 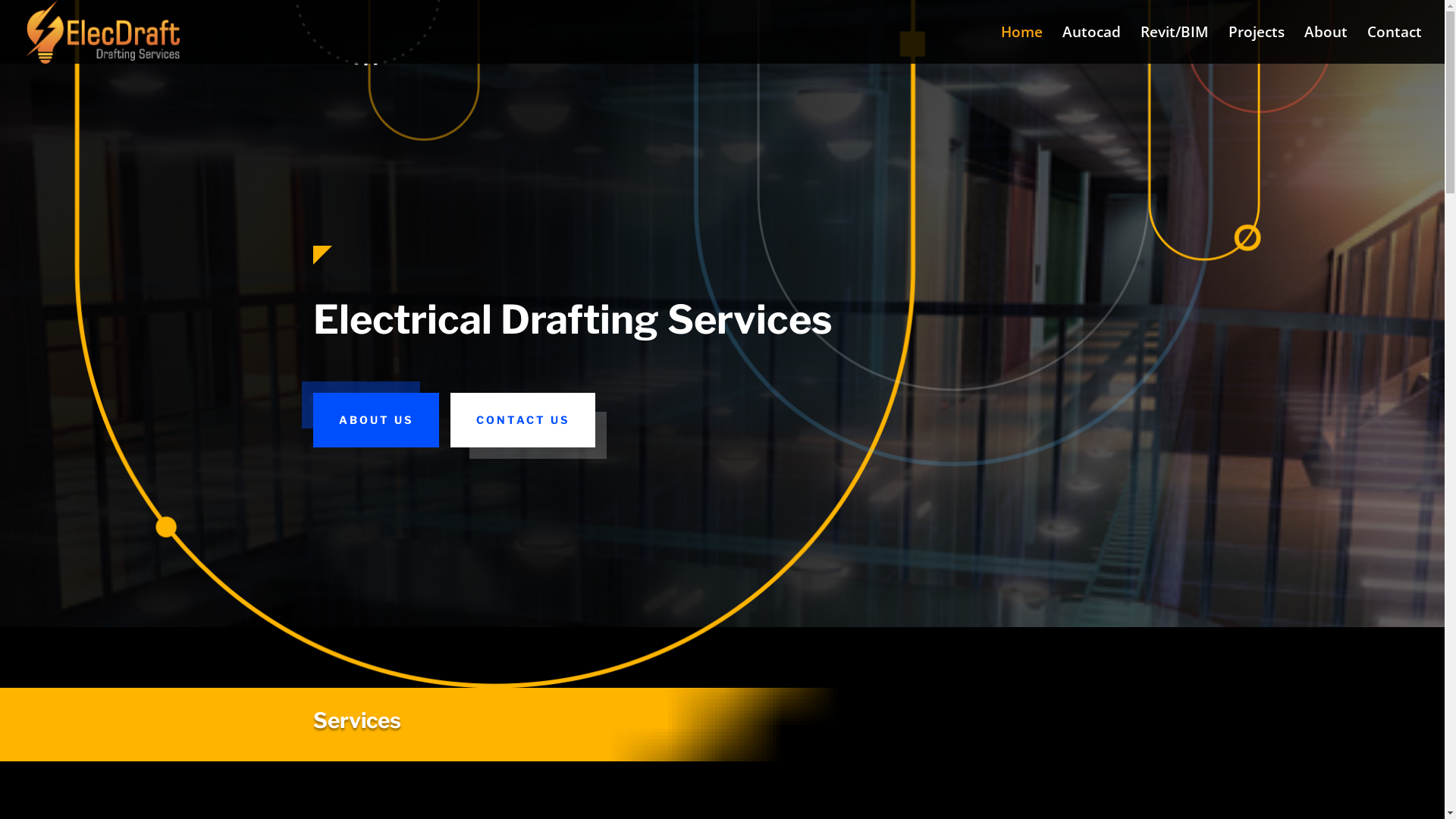 I want to click on 'Projects', so click(x=1256, y=44).